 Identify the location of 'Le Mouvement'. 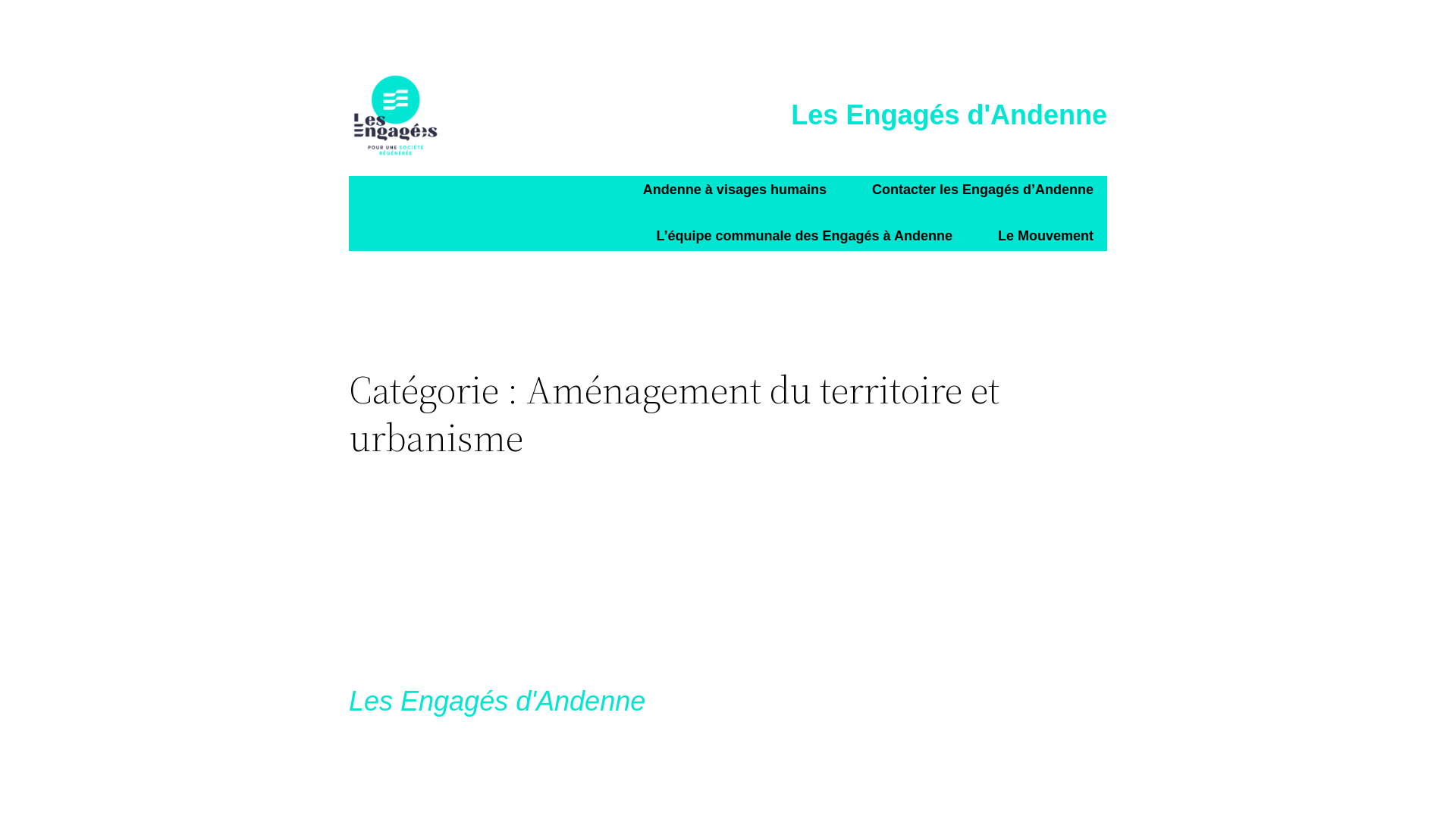
(1044, 237).